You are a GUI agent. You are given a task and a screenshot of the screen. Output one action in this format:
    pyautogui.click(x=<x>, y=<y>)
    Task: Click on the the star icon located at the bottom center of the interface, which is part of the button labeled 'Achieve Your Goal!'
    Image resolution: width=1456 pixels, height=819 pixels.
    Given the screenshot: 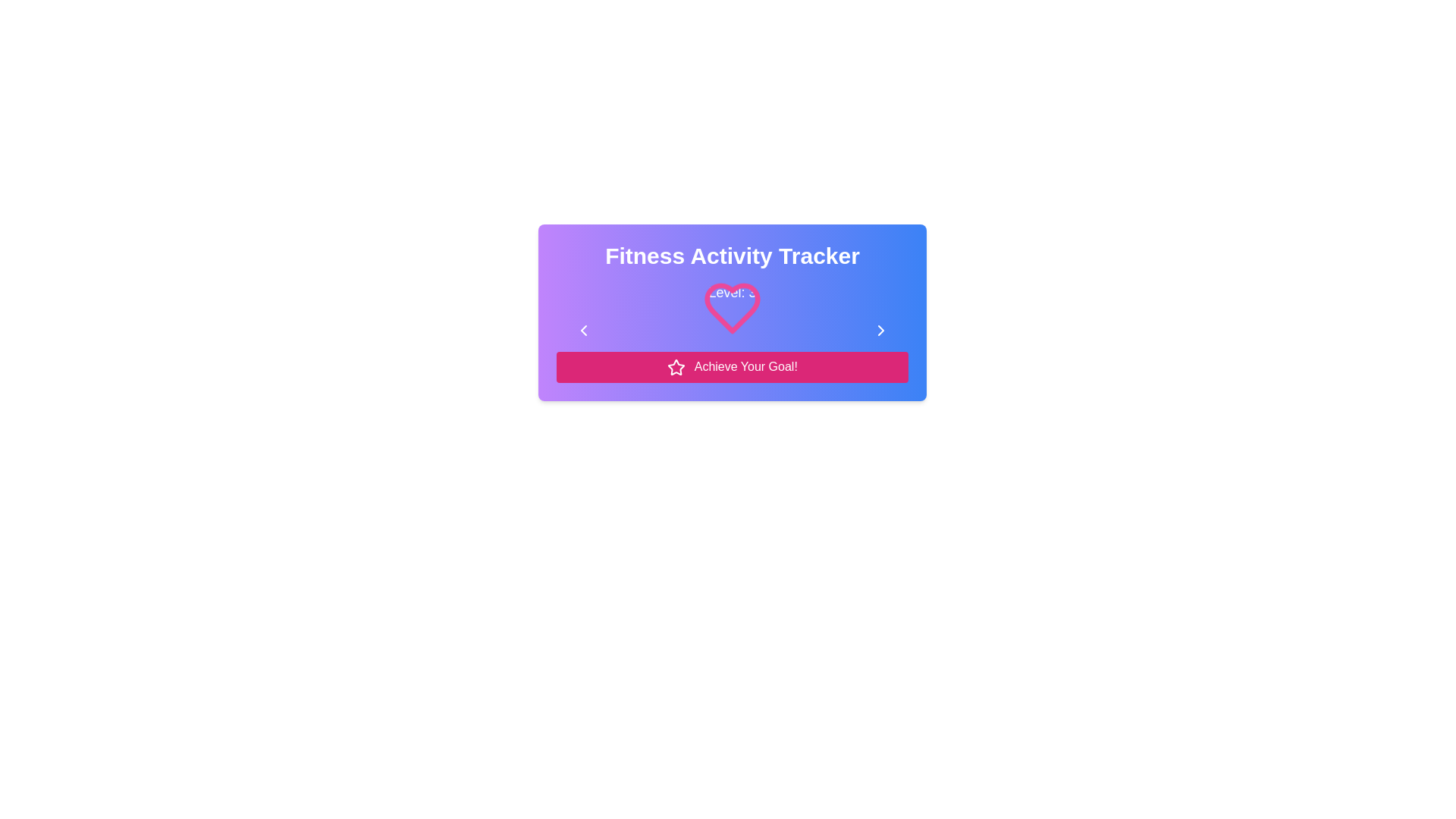 What is the action you would take?
    pyautogui.click(x=676, y=367)
    